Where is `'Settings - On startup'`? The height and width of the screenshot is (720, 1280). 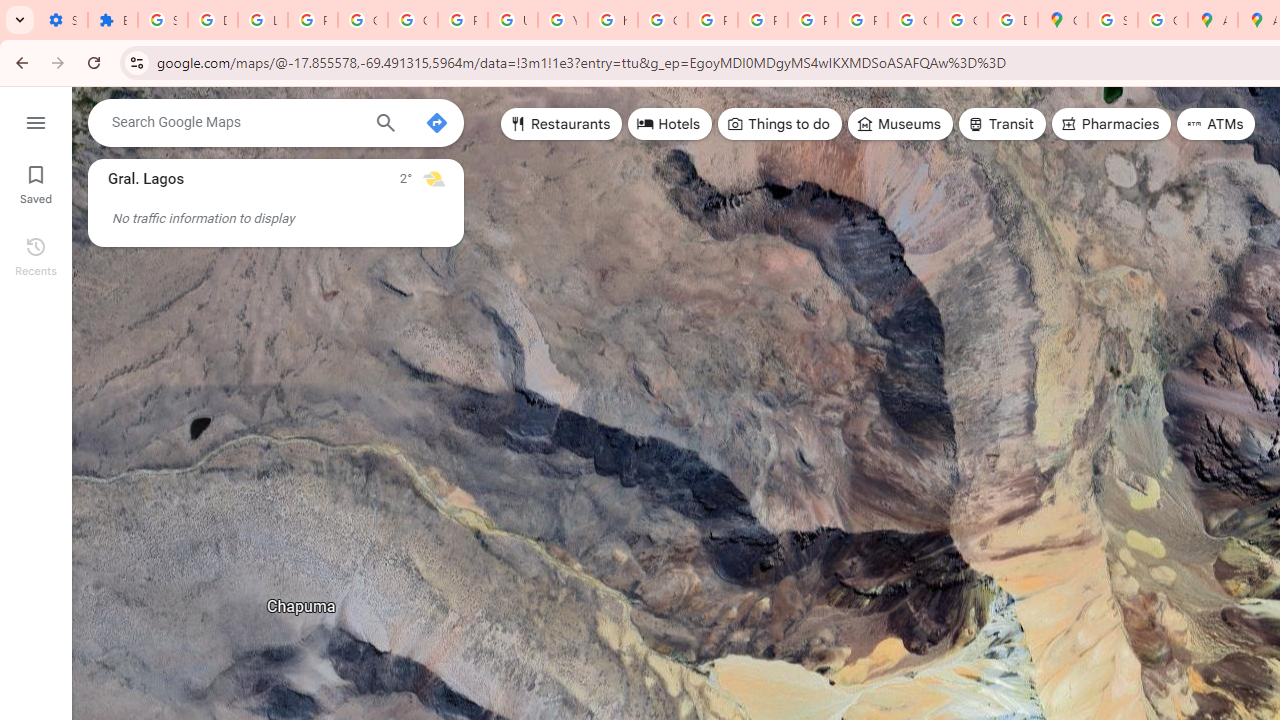
'Settings - On startup' is located at coordinates (62, 20).